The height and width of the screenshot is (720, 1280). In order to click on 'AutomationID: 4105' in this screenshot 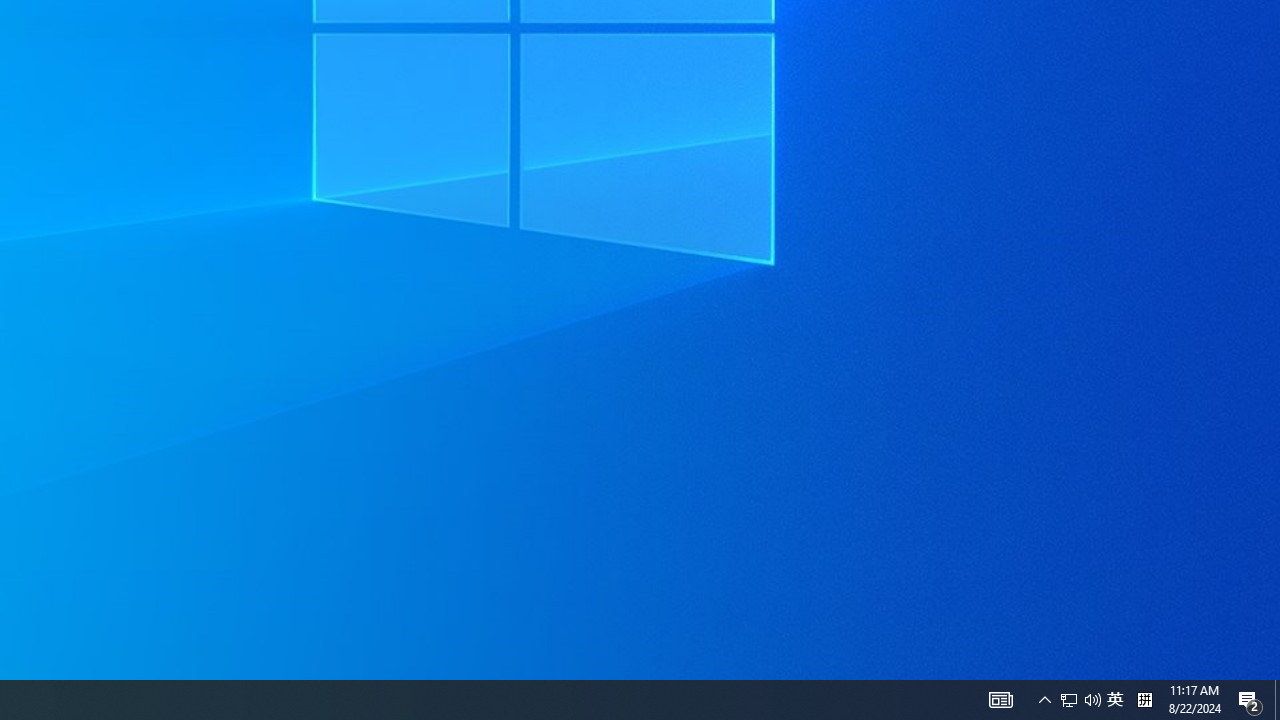, I will do `click(1000, 698)`.